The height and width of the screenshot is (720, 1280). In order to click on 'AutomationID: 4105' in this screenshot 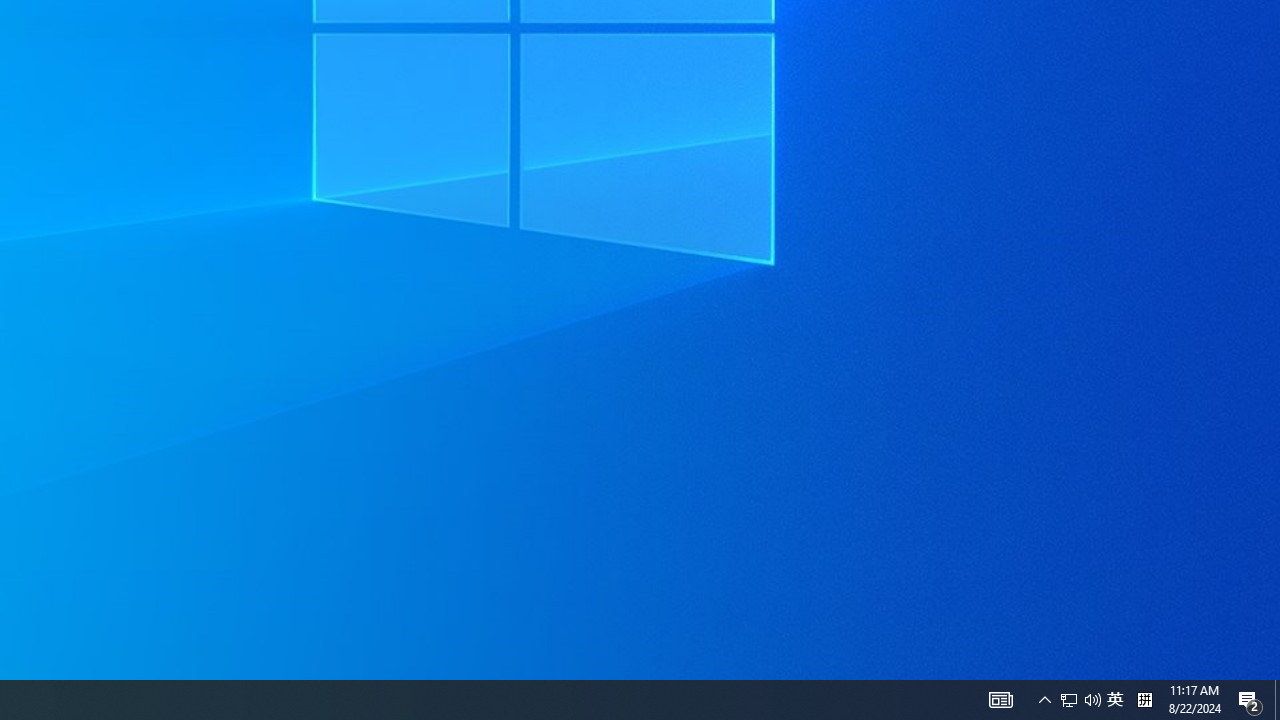, I will do `click(1000, 698)`.